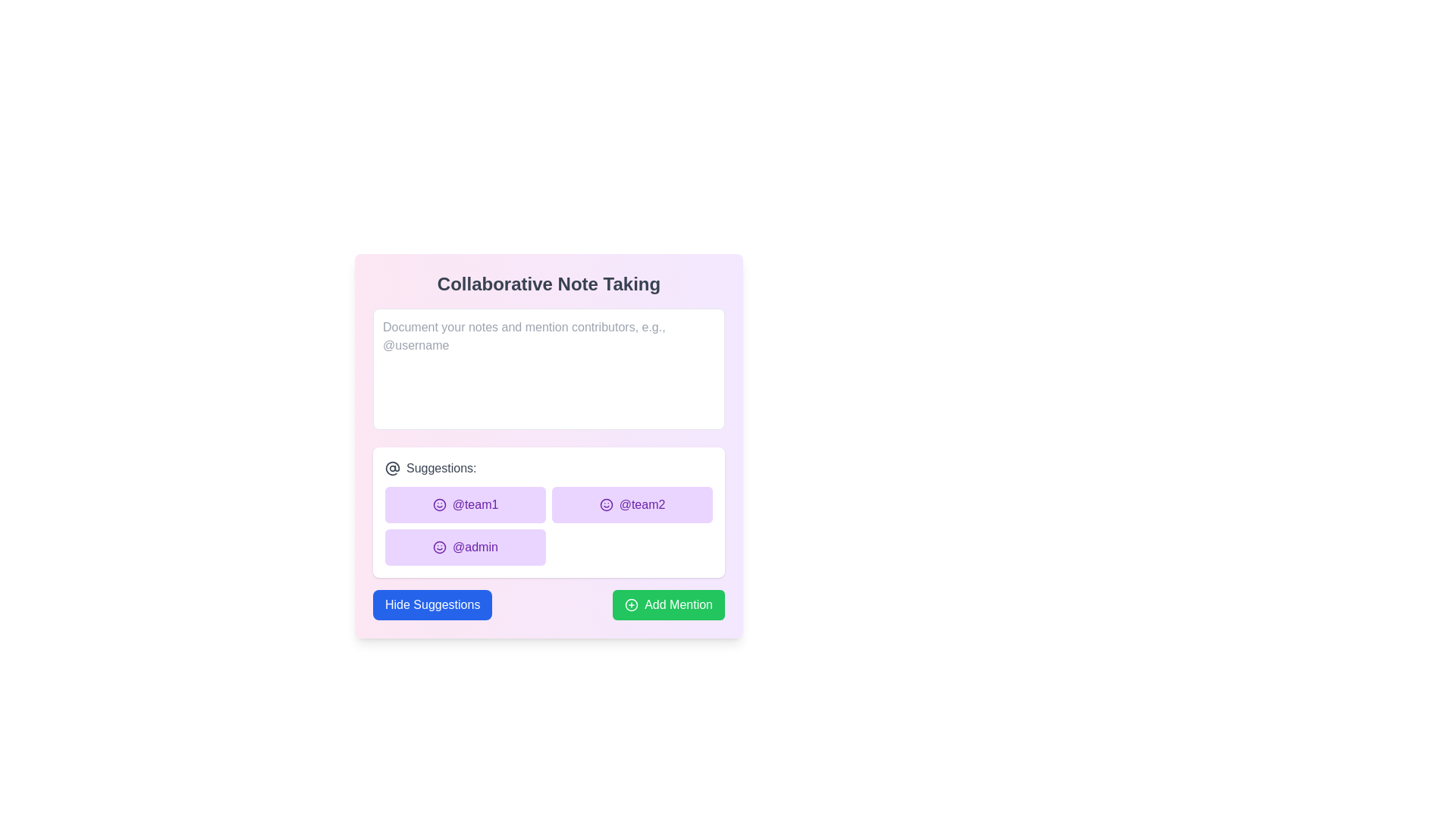  Describe the element at coordinates (668, 604) in the screenshot. I see `the 'Add Mention' button with a green background and white text` at that location.